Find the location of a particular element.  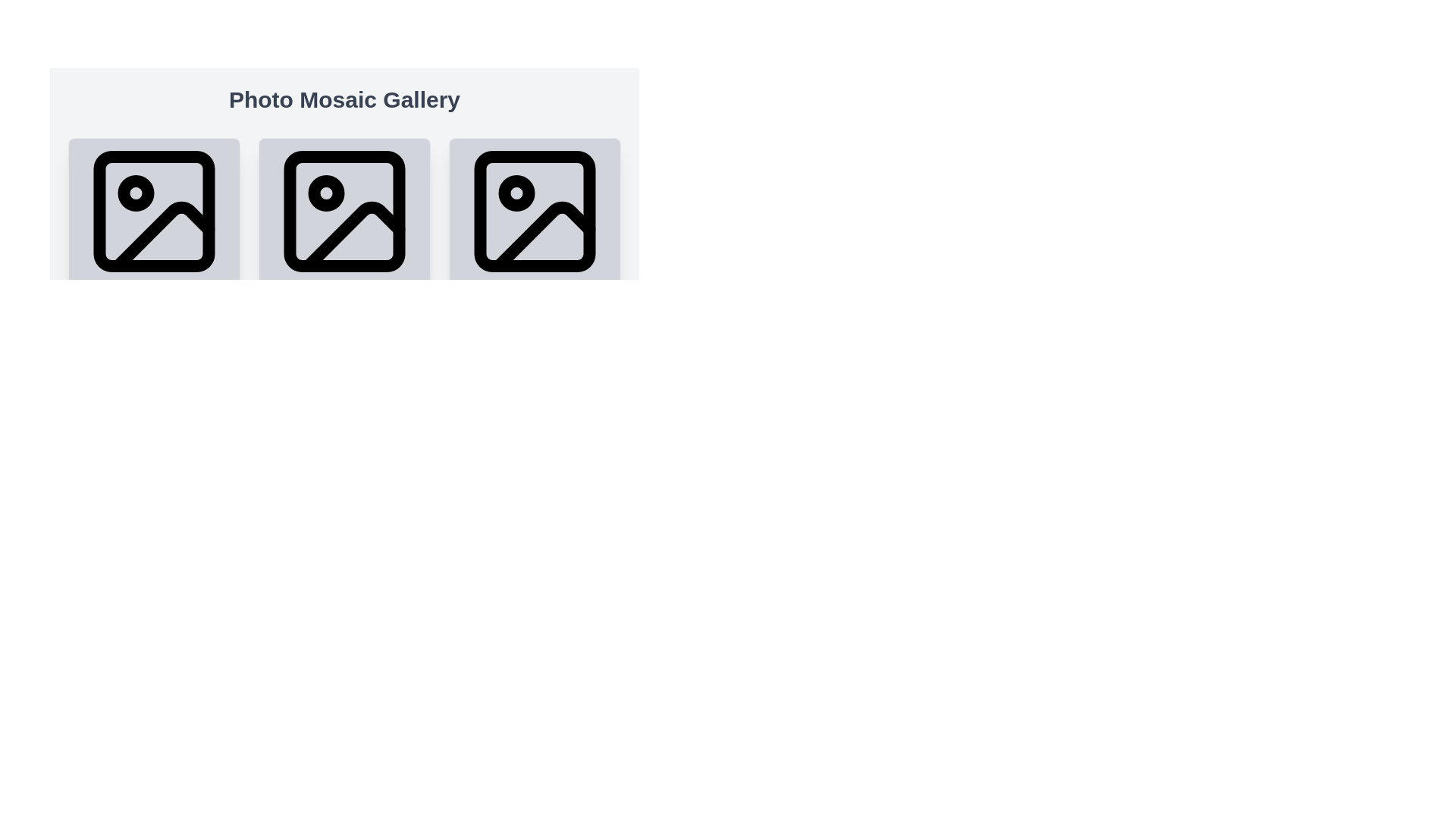

the design details of the decorative mountain icon located in the center of a row of three similar icons in a photo gallery interface is located at coordinates (353, 237).